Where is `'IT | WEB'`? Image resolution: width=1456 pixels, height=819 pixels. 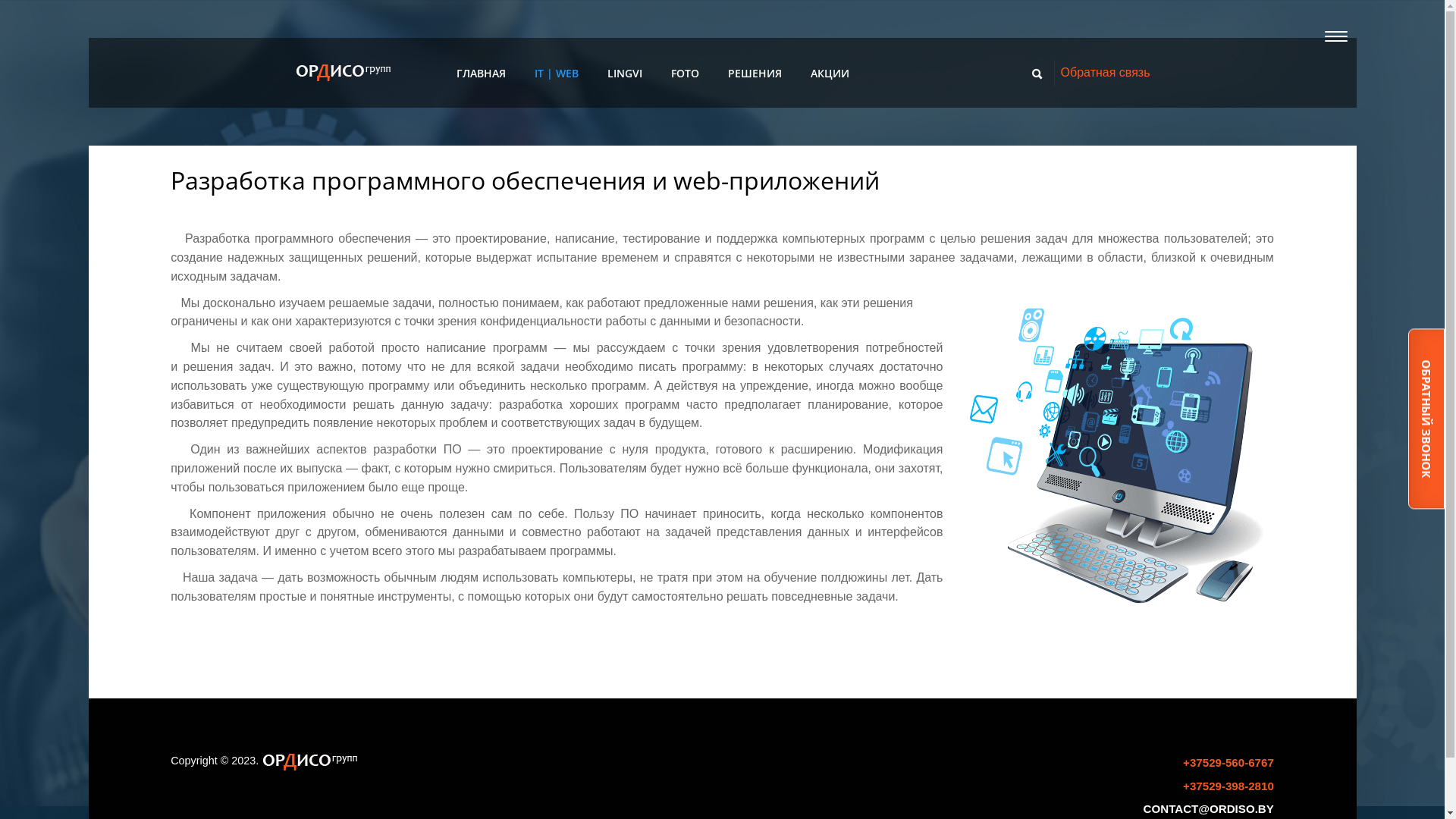
'IT | WEB' is located at coordinates (535, 74).